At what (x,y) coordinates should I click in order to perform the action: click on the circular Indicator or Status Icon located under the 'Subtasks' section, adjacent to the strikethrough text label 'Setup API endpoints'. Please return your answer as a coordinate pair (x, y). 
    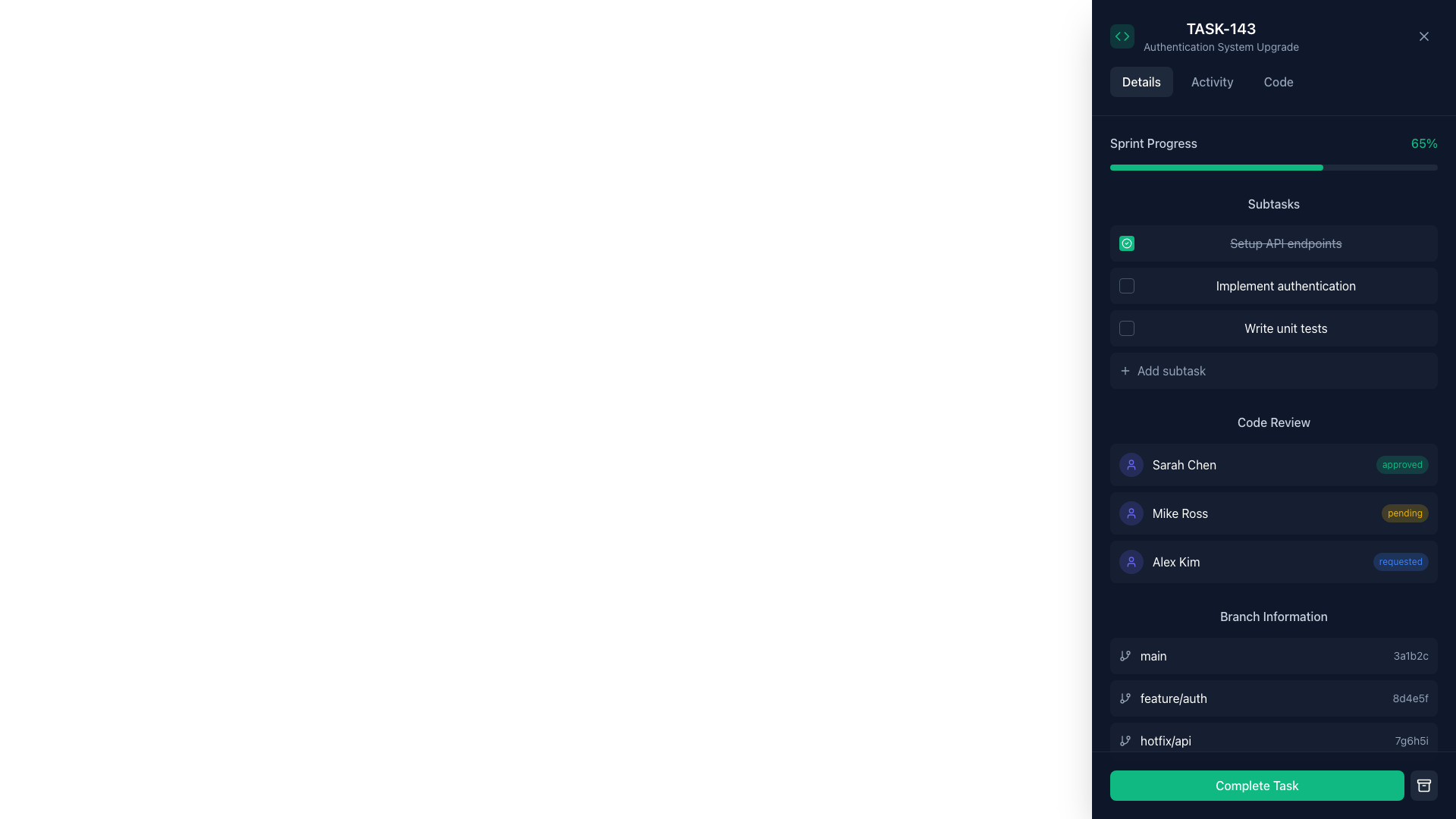
    Looking at the image, I should click on (1127, 242).